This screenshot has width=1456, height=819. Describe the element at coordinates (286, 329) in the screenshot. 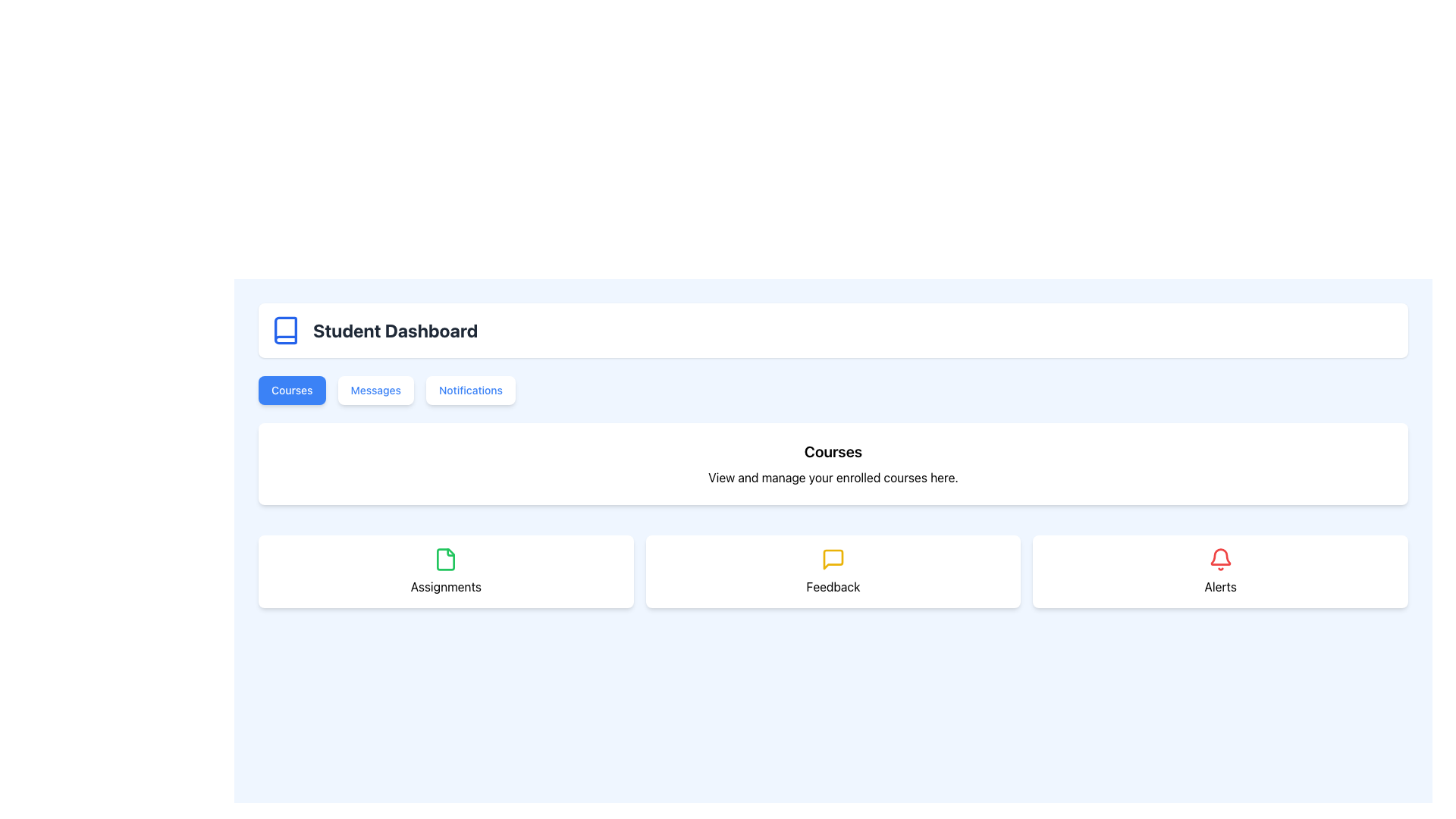

I see `the icon resembling a stylized book with a blue outline located to the left of the 'Student Dashboard' text in the header section` at that location.